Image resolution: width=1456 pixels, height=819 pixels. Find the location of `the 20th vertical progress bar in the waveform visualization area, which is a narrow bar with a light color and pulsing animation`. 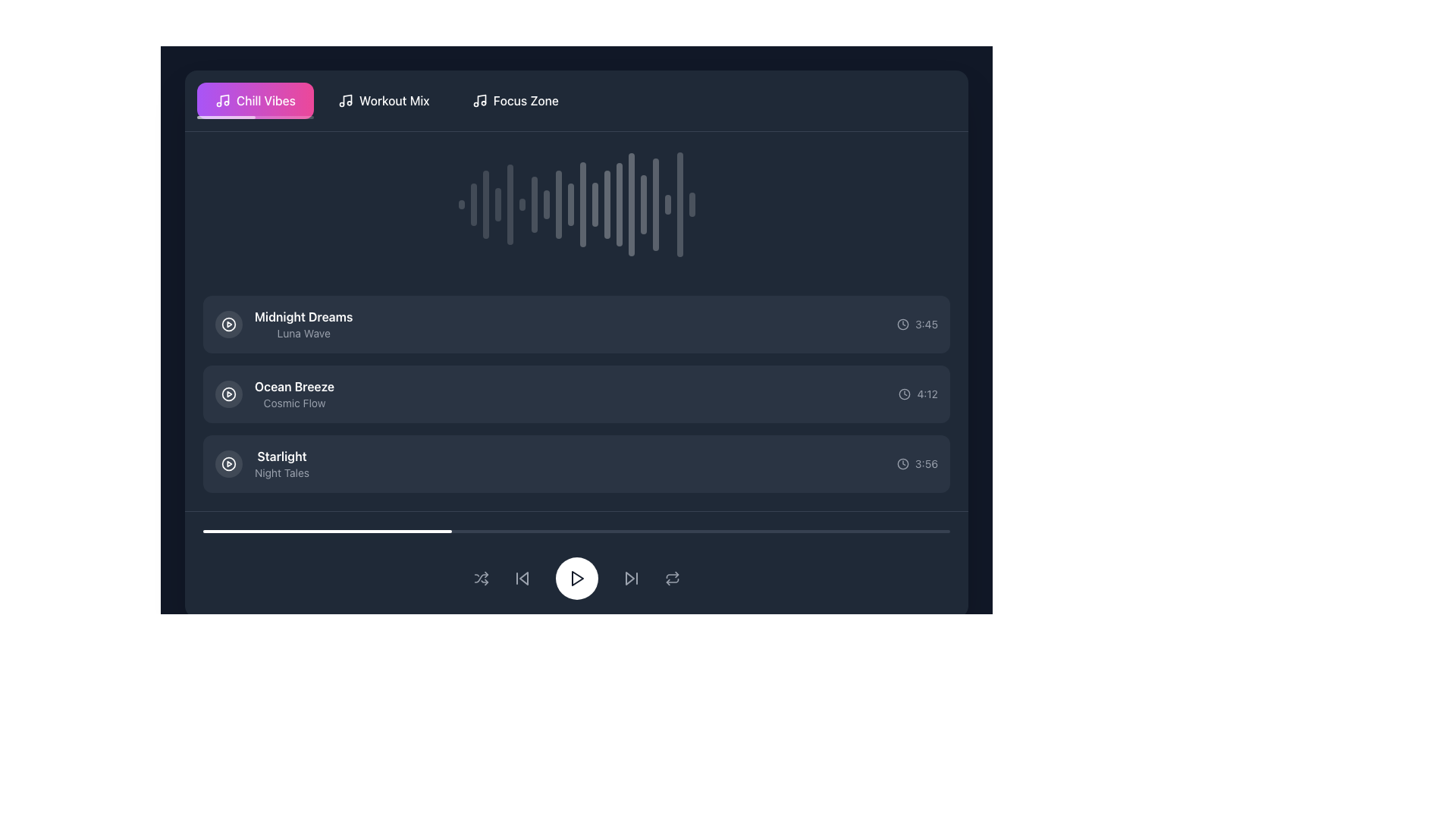

the 20th vertical progress bar in the waveform visualization area, which is a narrow bar with a light color and pulsing animation is located at coordinates (679, 205).